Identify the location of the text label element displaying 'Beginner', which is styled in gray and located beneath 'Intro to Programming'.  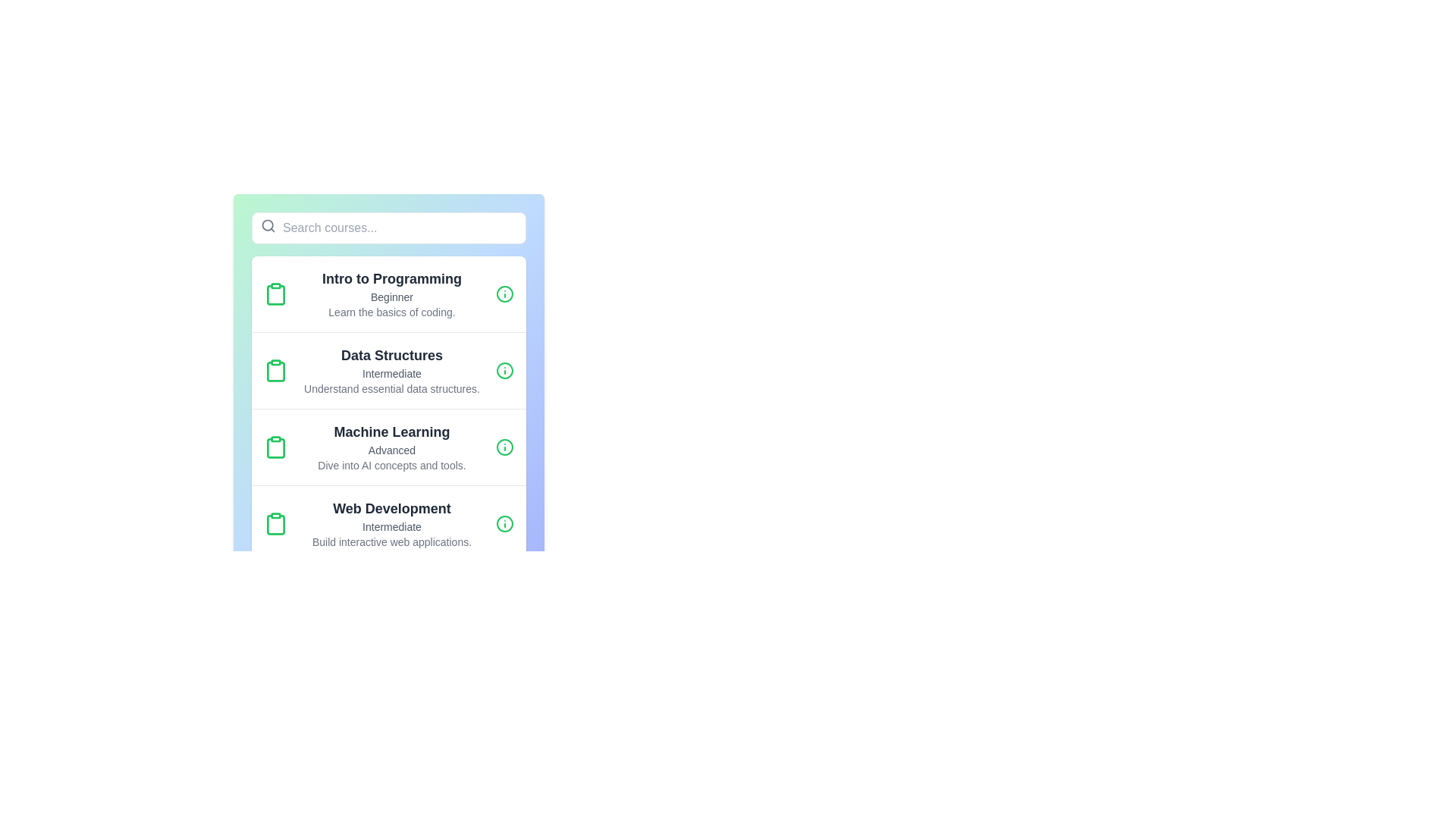
(392, 297).